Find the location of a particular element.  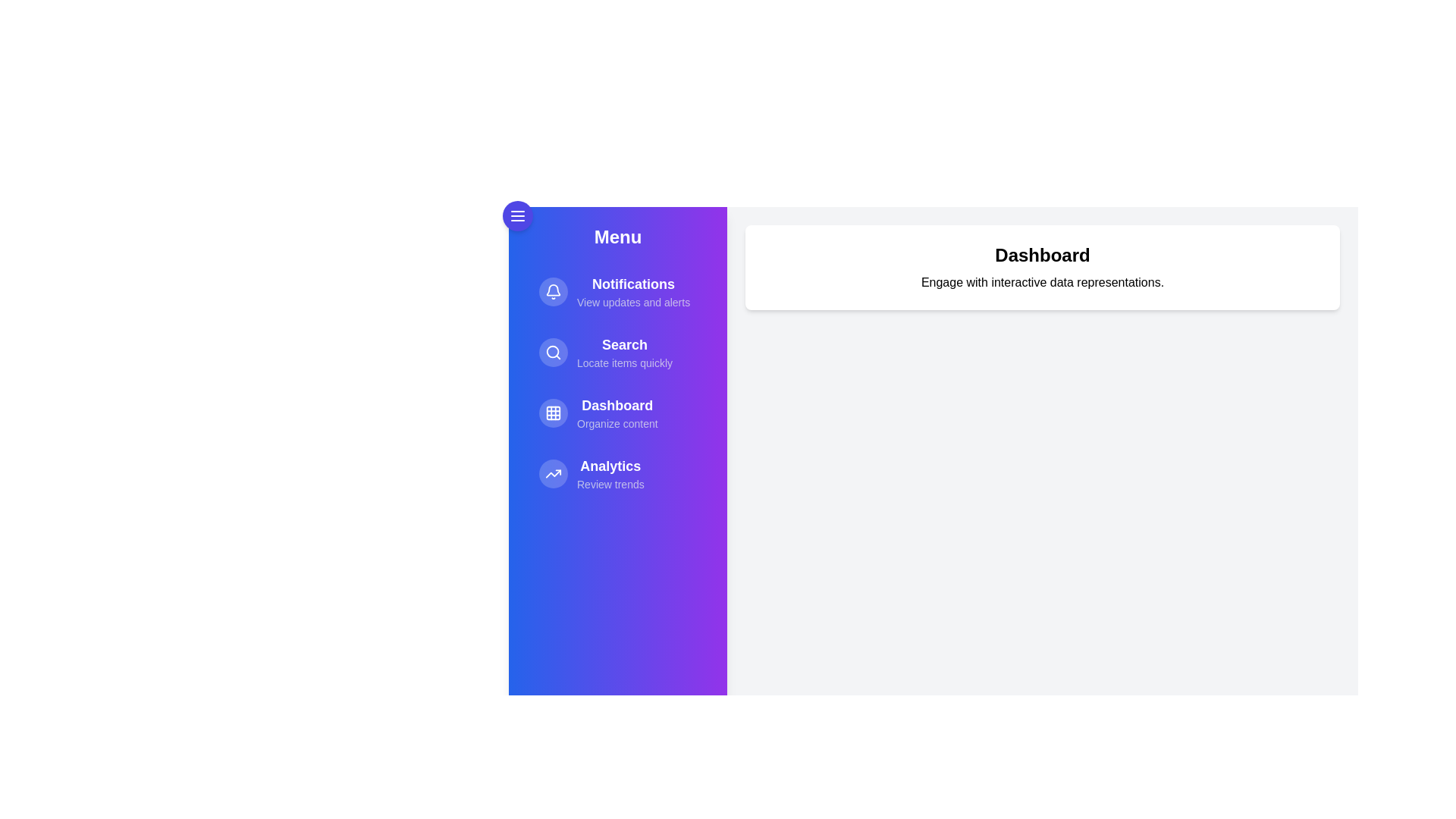

the menu item Search to reveal its hover effect is located at coordinates (618, 353).